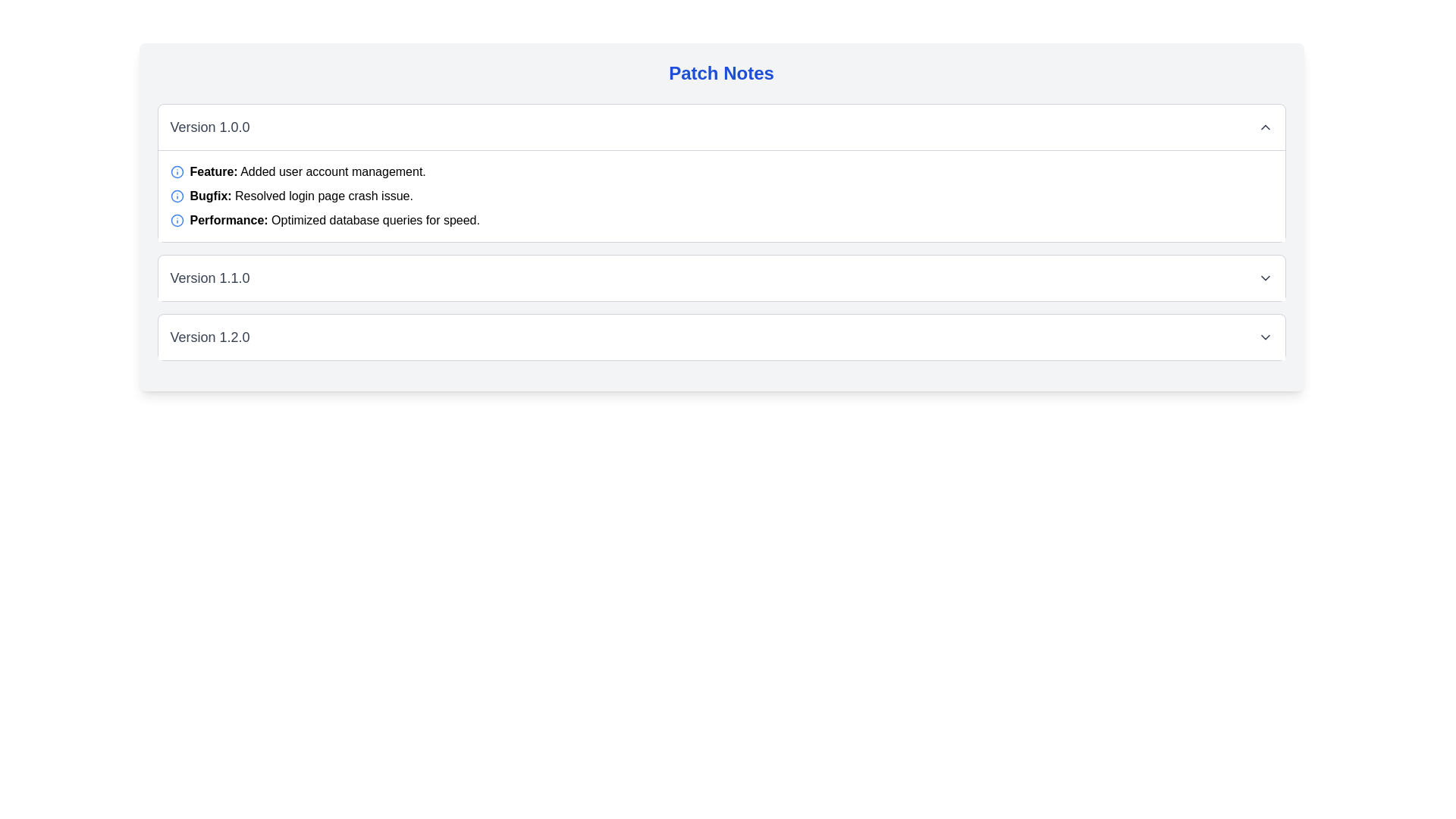 This screenshot has height=819, width=1456. Describe the element at coordinates (1265, 278) in the screenshot. I see `the downward-pointing chevron icon located to the far right of the text 'Version 1.1.0' in the header section` at that location.